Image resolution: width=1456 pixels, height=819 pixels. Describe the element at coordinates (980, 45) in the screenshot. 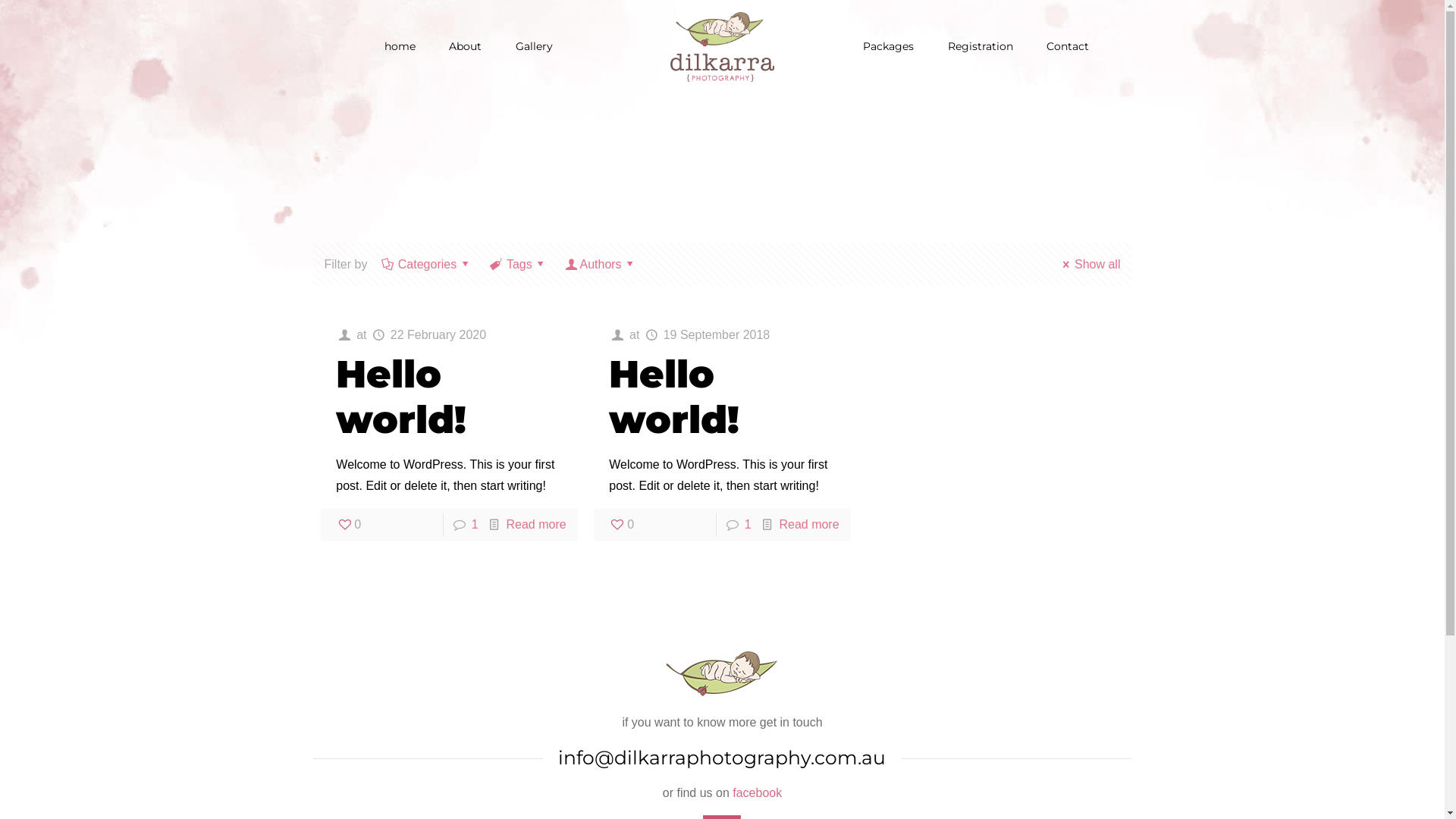

I see `'Registration'` at that location.